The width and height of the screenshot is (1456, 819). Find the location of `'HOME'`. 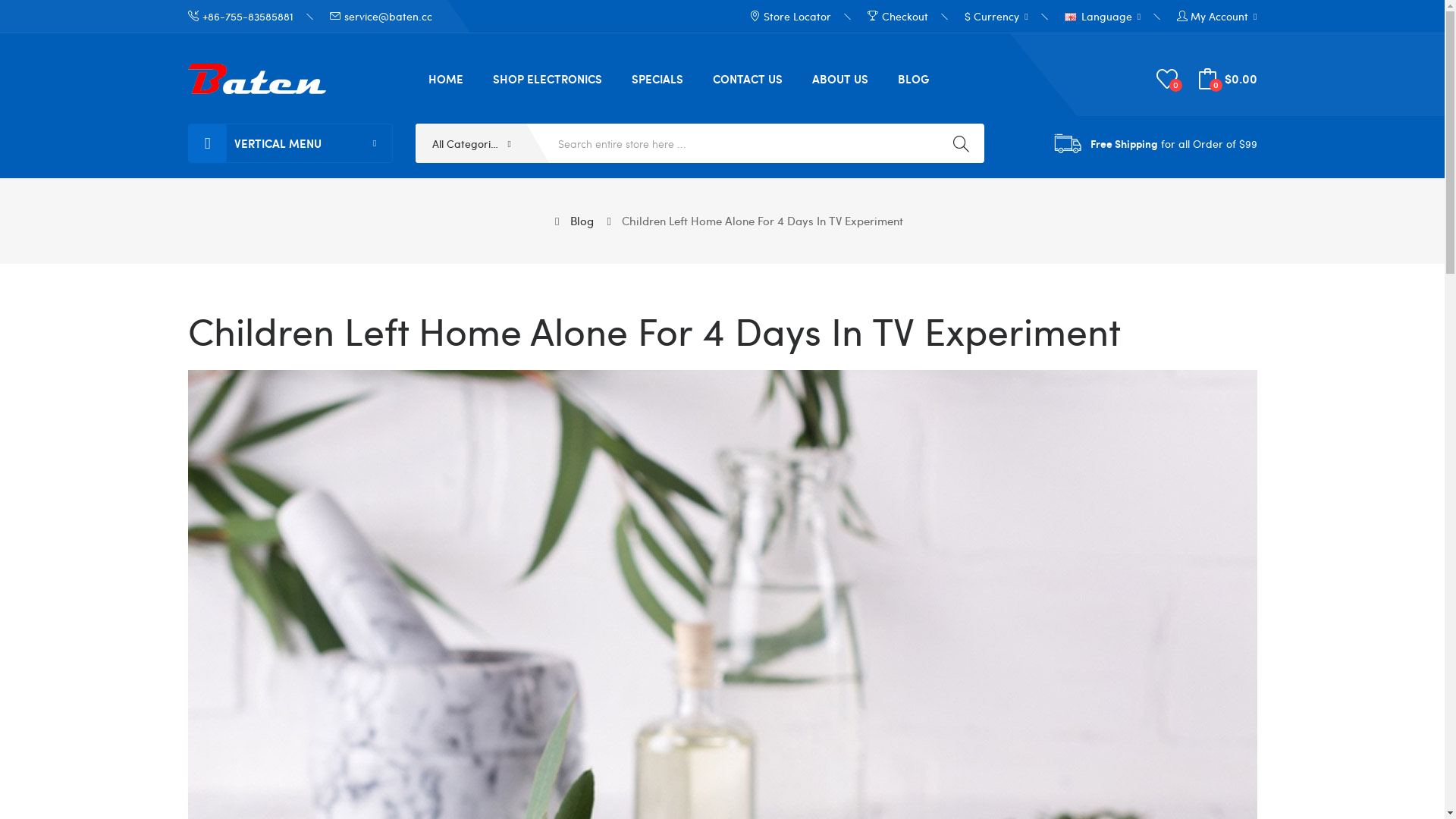

'HOME' is located at coordinates (445, 78).